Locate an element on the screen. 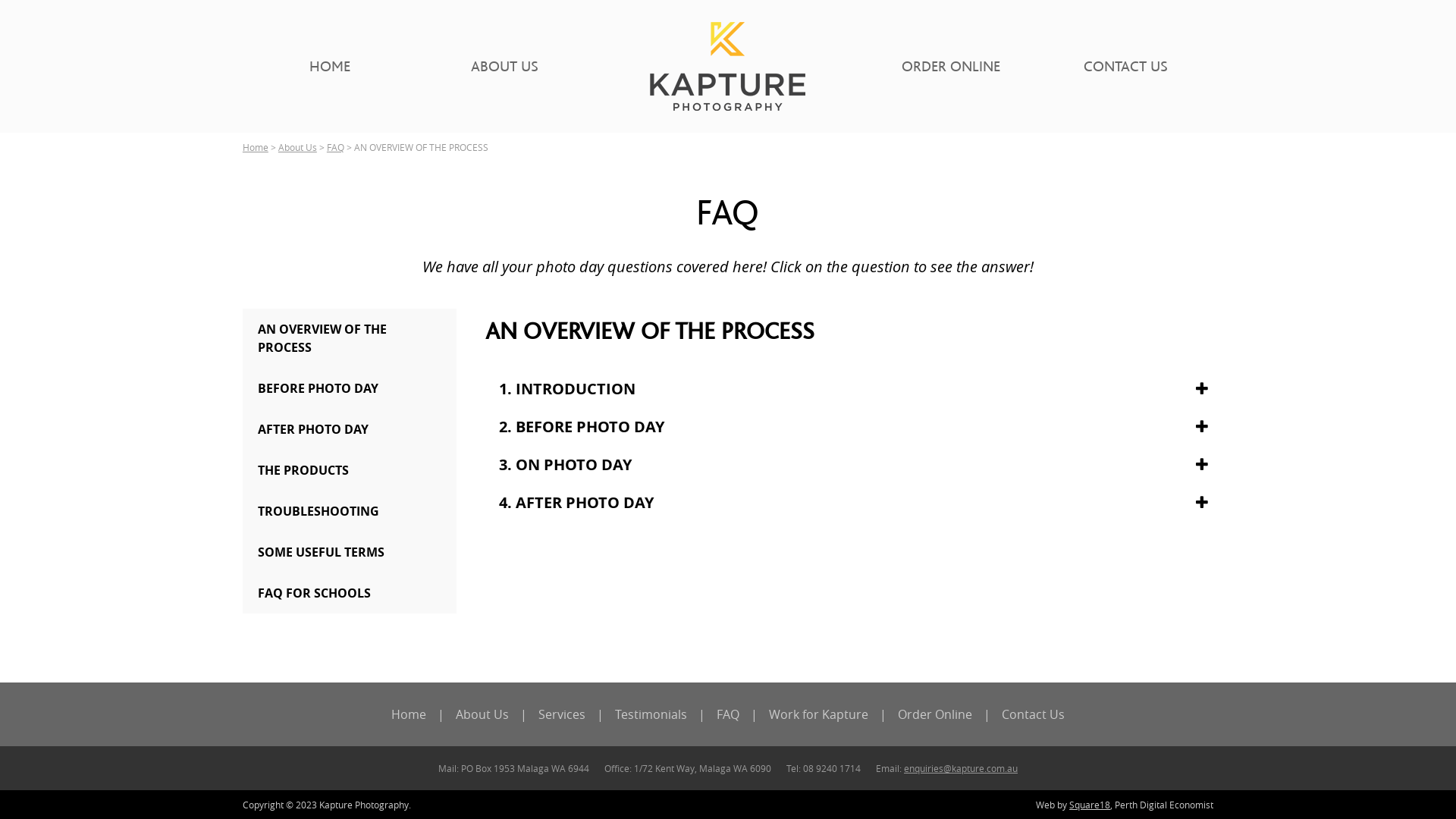  'Work for Kapture' is located at coordinates (817, 714).